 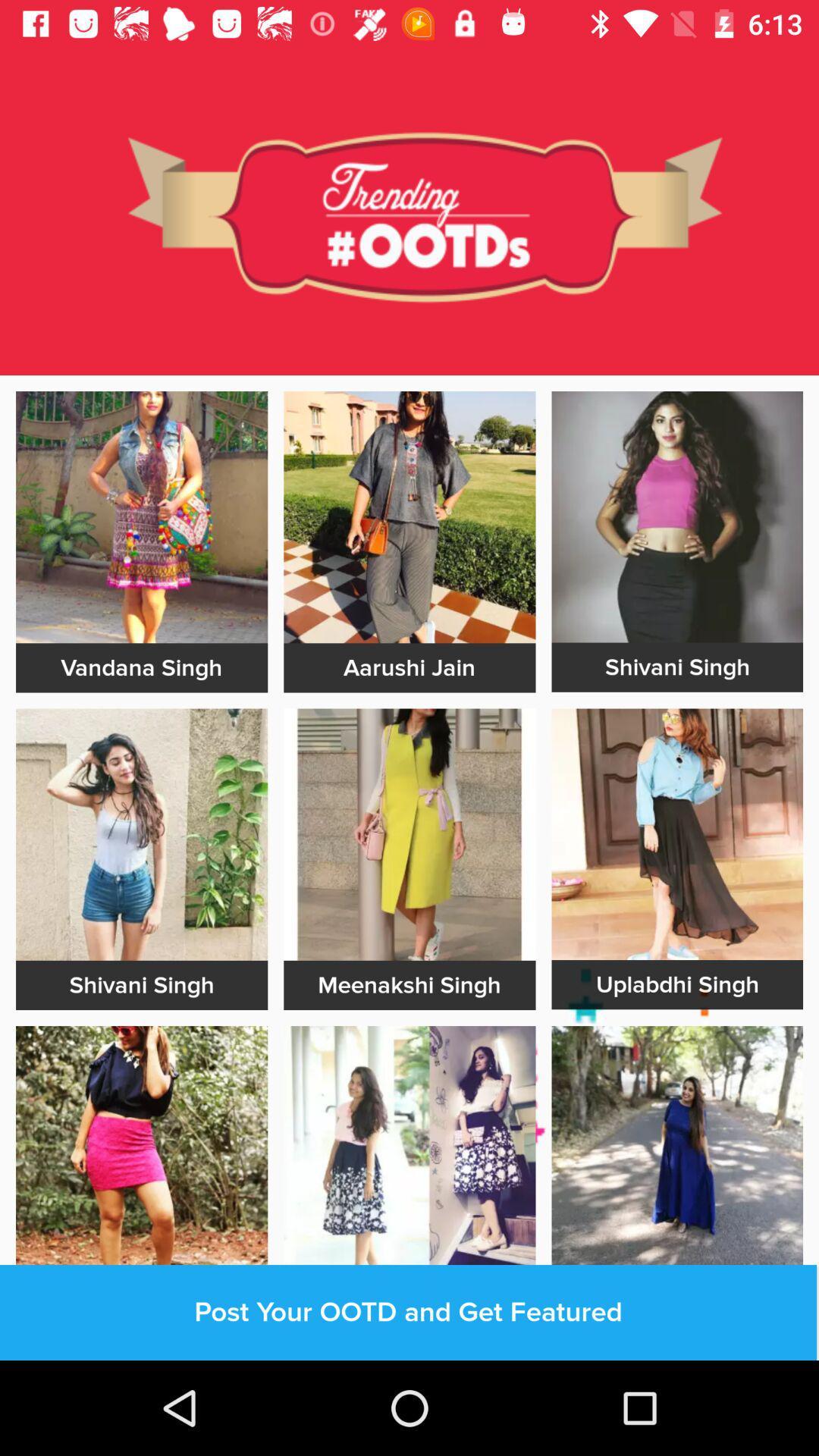 I want to click on click on photo, so click(x=409, y=1152).